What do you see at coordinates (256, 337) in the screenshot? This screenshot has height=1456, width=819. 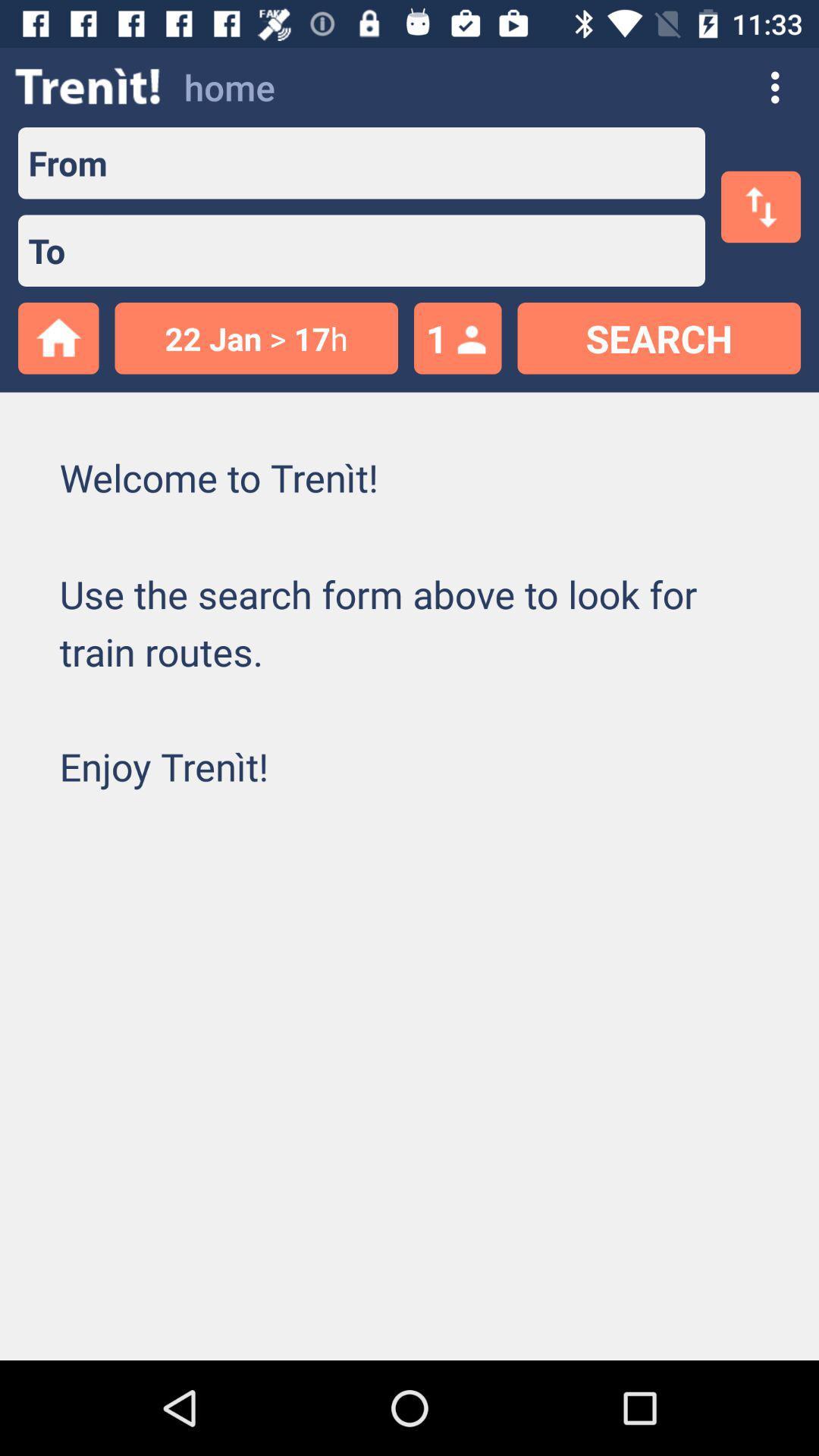 I see `22 jan > 17h item` at bounding box center [256, 337].